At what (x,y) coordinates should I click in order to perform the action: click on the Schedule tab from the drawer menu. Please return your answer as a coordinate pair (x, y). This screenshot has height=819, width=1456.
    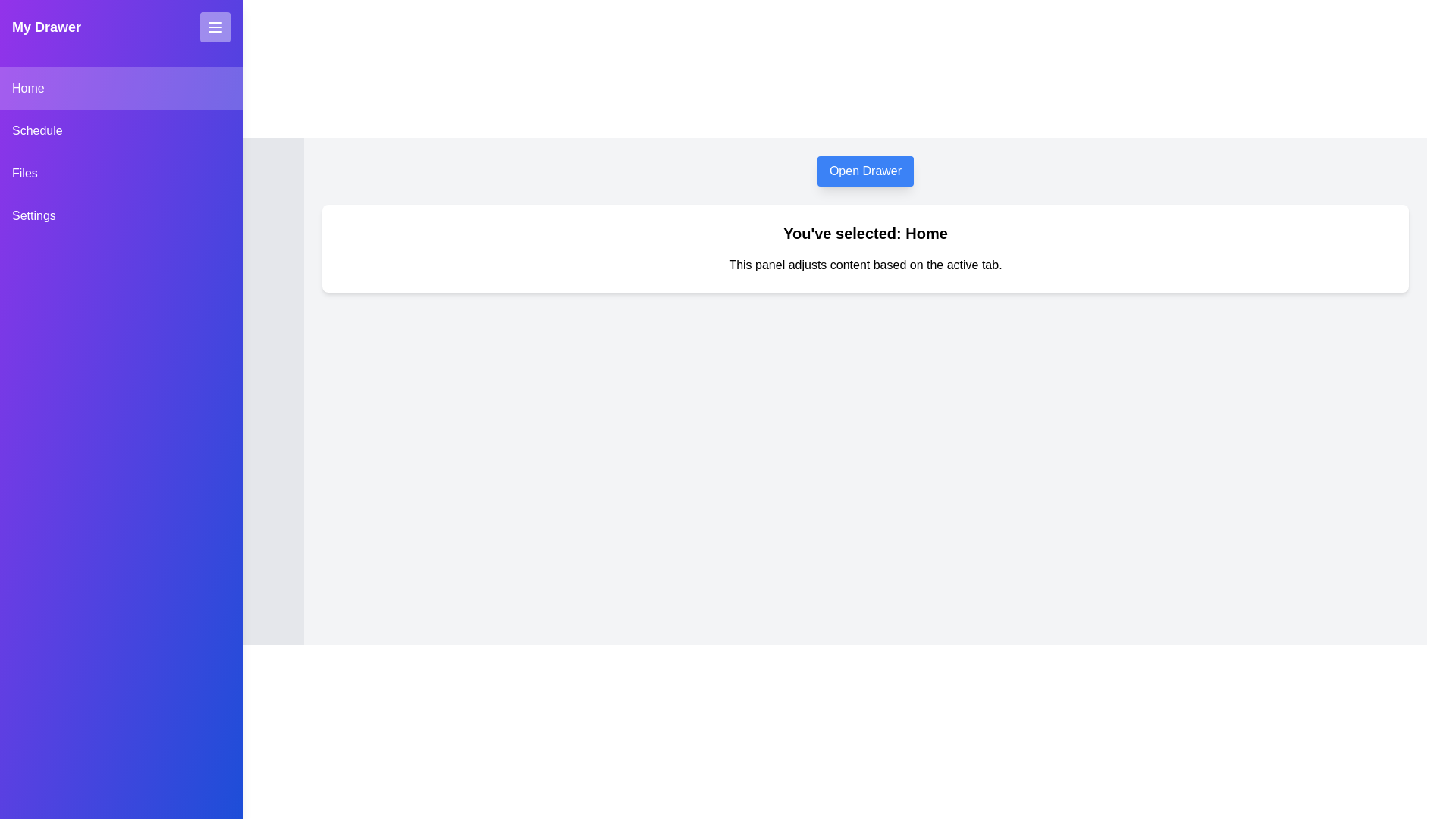
    Looking at the image, I should click on (120, 130).